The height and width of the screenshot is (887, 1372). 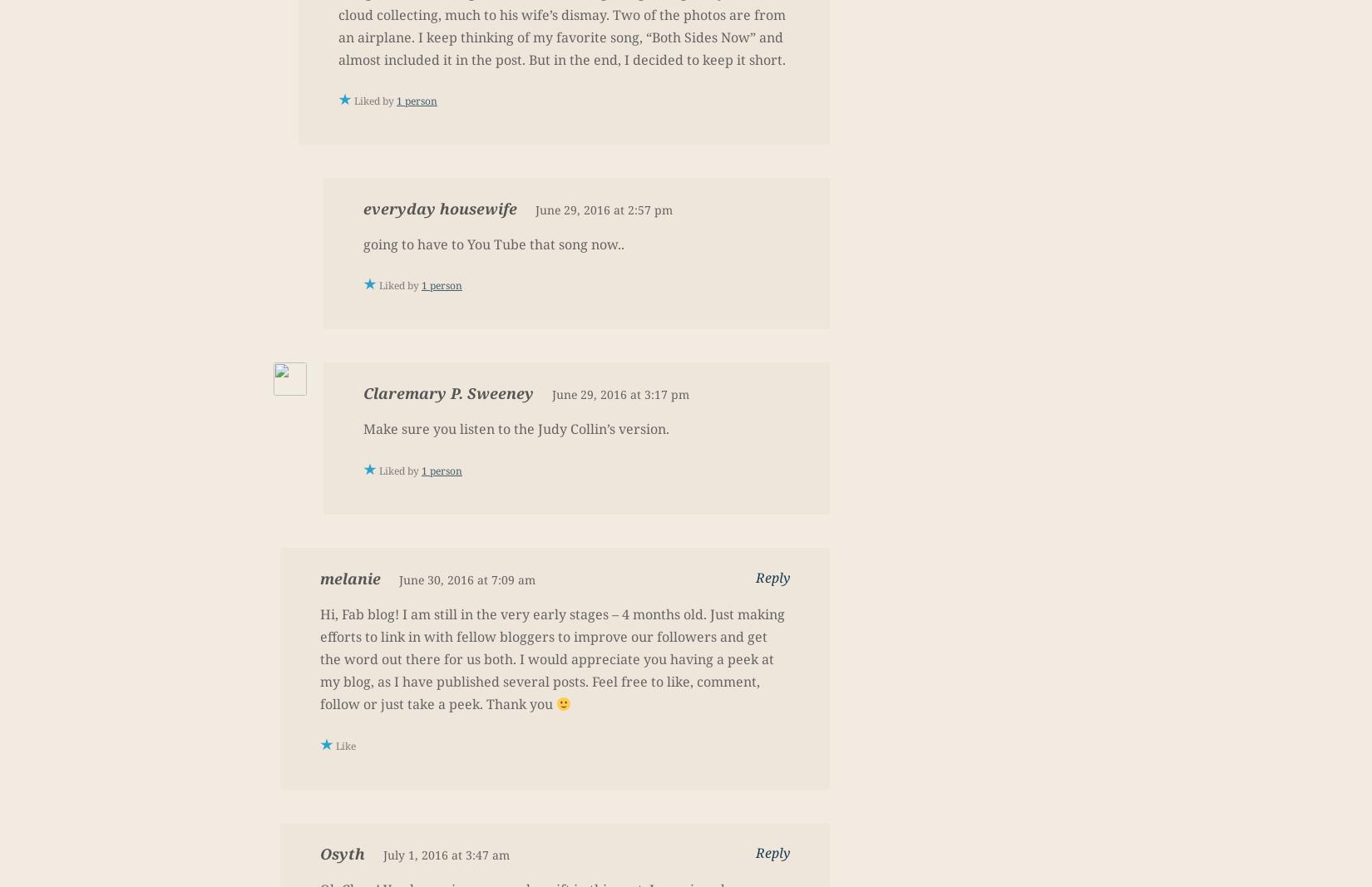 I want to click on 'Like', so click(x=335, y=745).